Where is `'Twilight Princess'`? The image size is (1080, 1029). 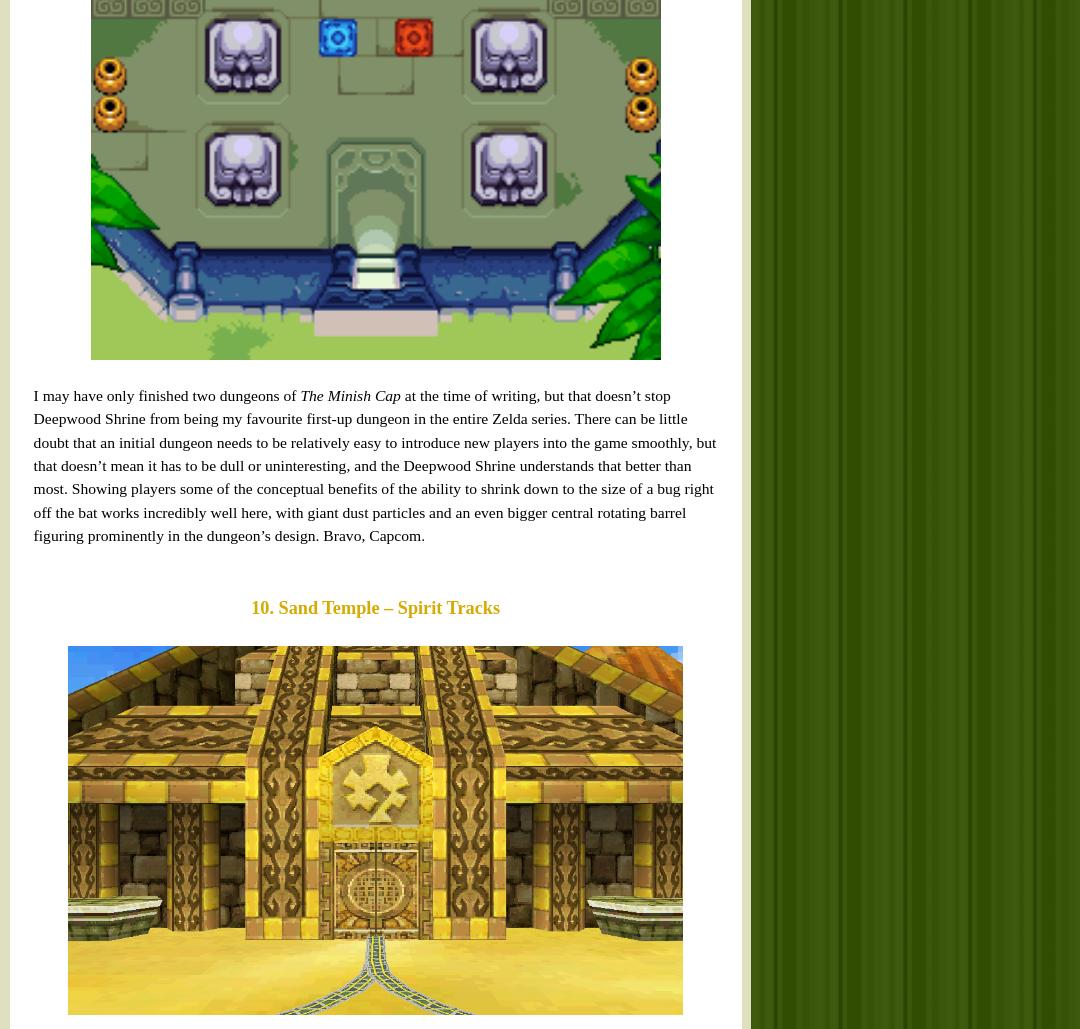 'Twilight Princess' is located at coordinates (249, 226).